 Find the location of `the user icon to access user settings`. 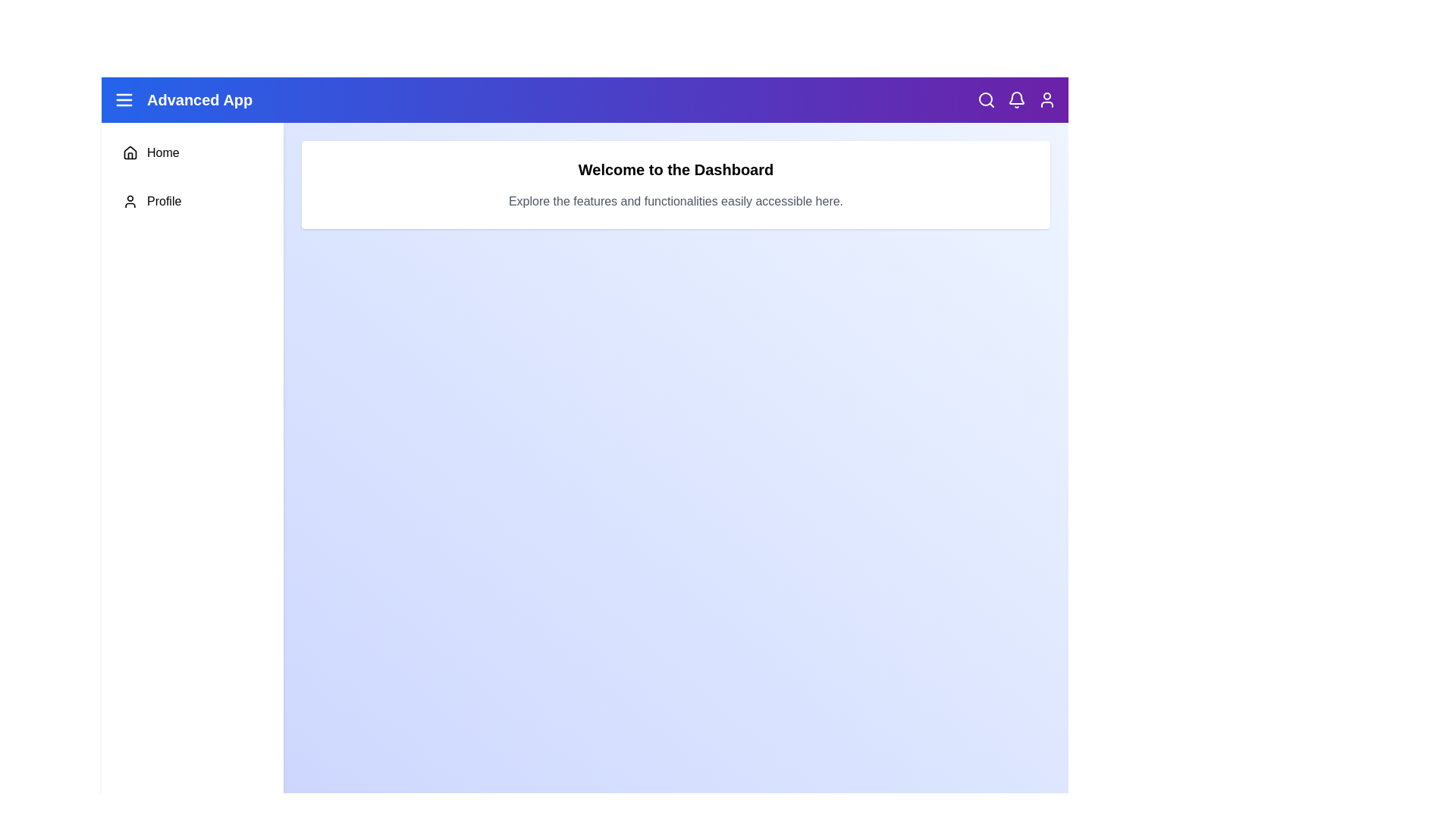

the user icon to access user settings is located at coordinates (1046, 99).